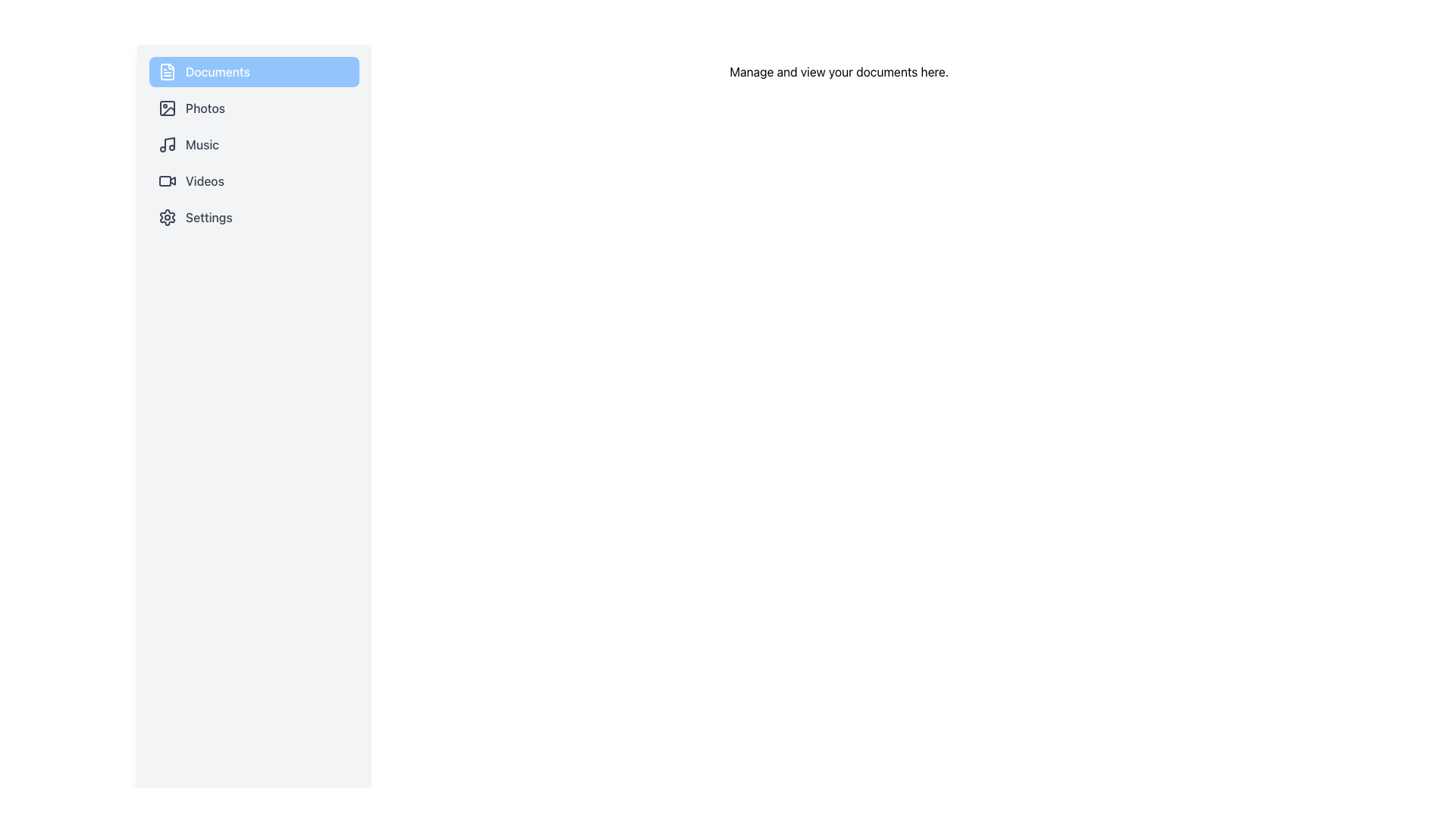  Describe the element at coordinates (167, 72) in the screenshot. I see `'Documents' icon located on the top-left corner of the sidebar menu, which is visually represented and precedes the text label 'Documents'` at that location.